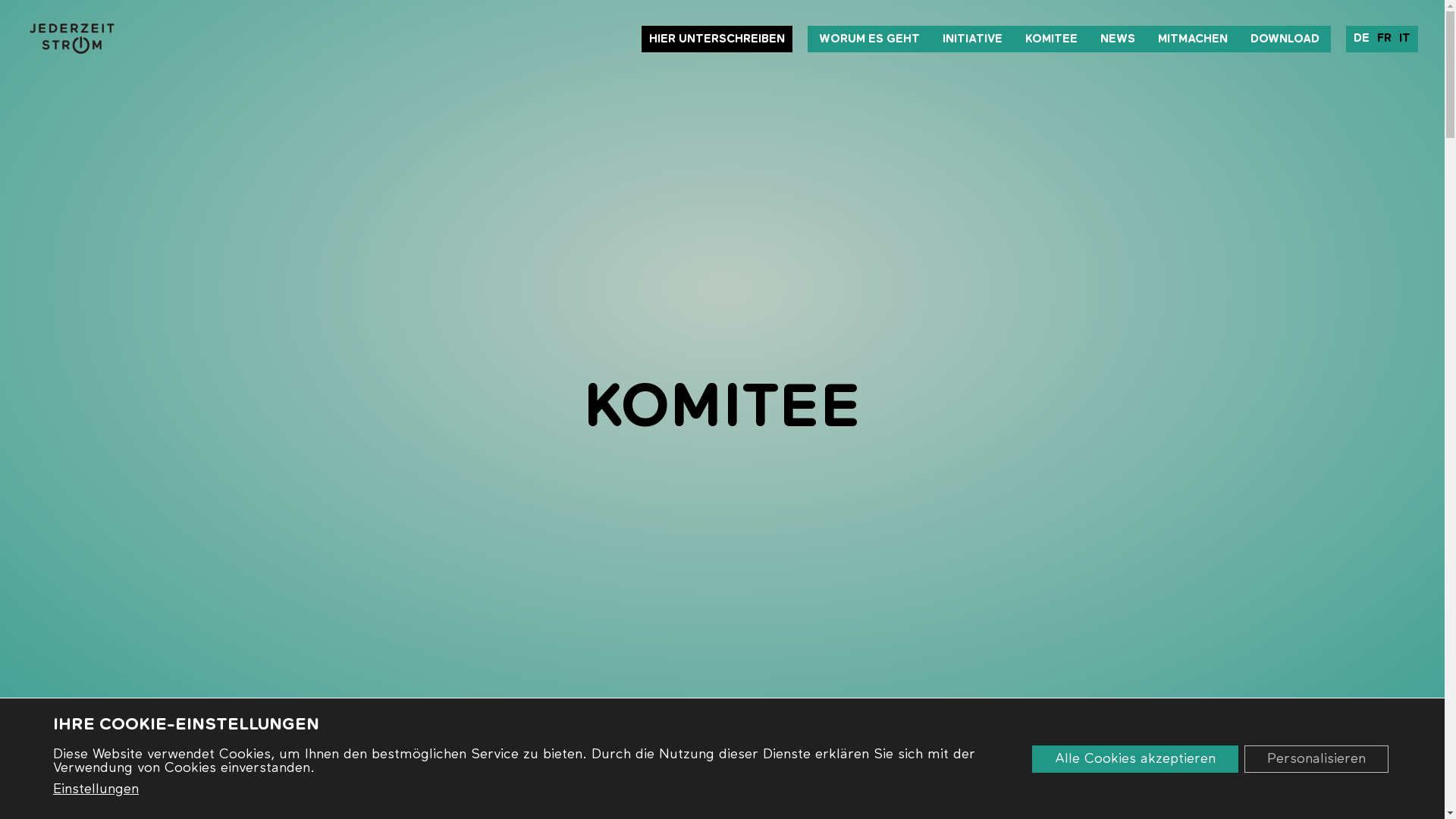 This screenshot has height=819, width=1456. What do you see at coordinates (869, 38) in the screenshot?
I see `'WORUM ES GEHT'` at bounding box center [869, 38].